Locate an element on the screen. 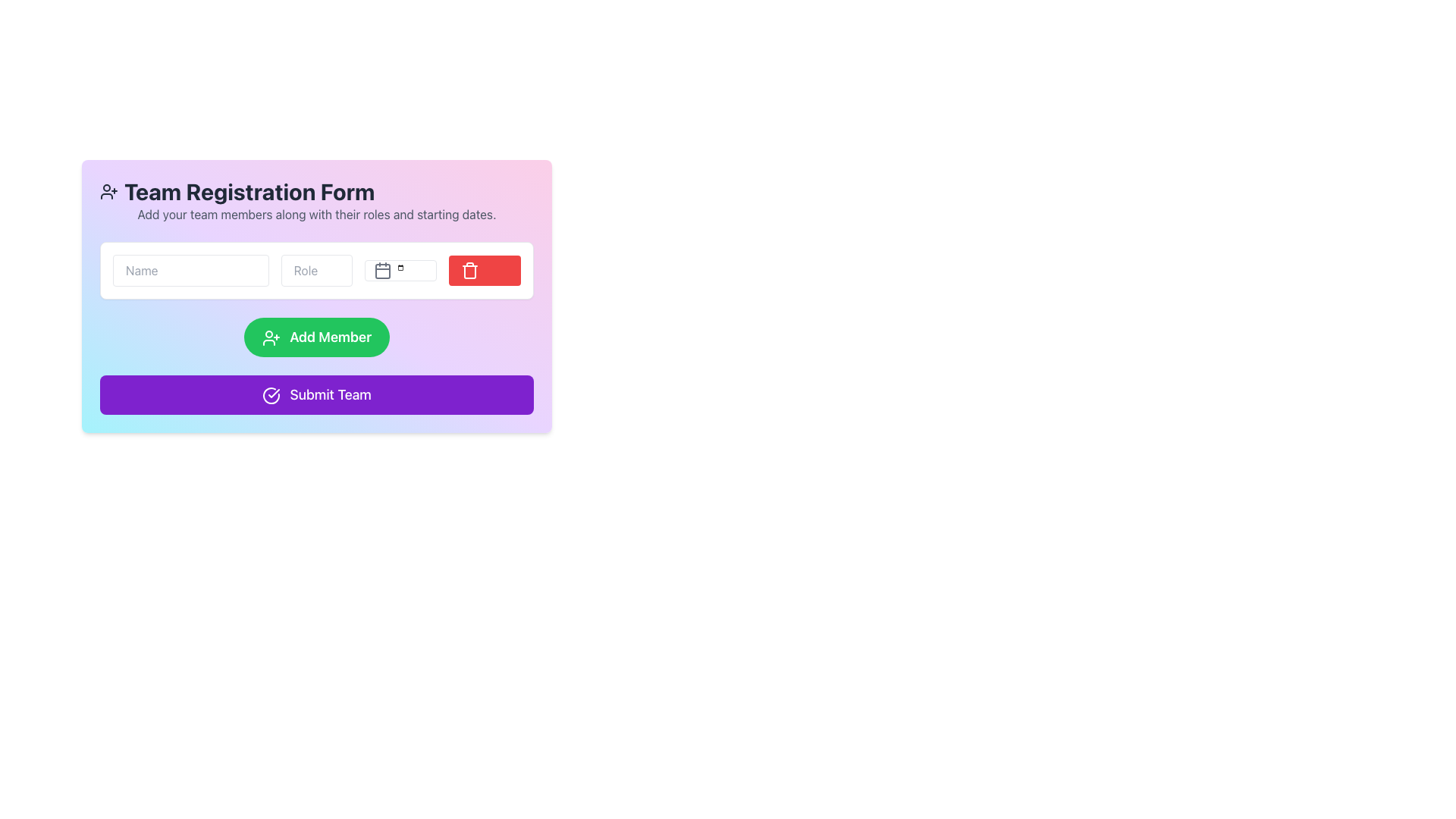 This screenshot has width=1456, height=819. the user icon with a plus sign located to the immediate left of the 'Team Registration Form' title in the header area is located at coordinates (108, 191).